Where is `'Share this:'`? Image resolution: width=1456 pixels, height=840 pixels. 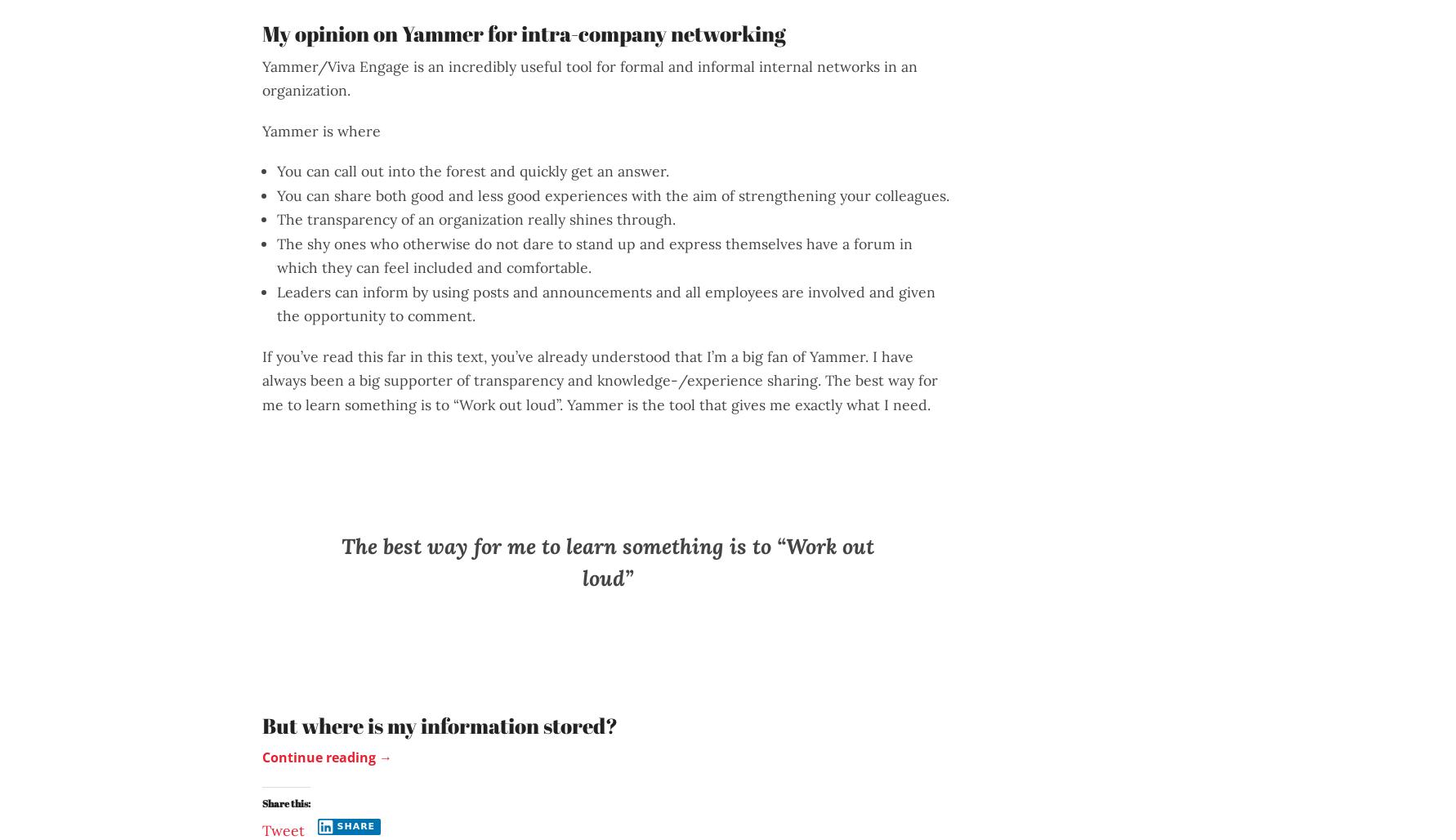
'Share this:' is located at coordinates (285, 802).